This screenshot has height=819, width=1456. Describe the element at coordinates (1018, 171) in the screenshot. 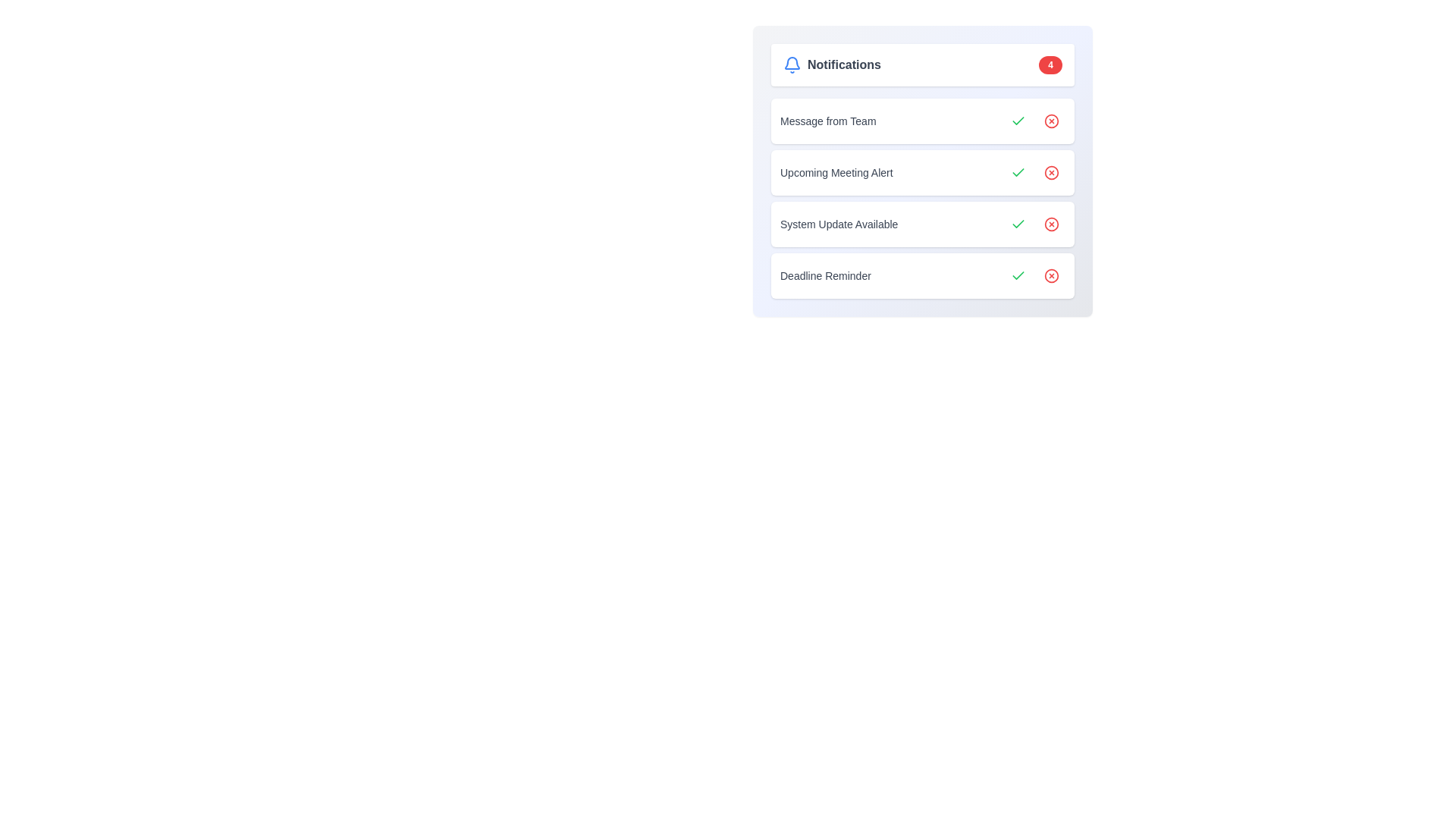

I see `the circular green button with a checkmark icon, located between the 'Upcoming Meeting Alert' label and a red circular button in the notification list` at that location.